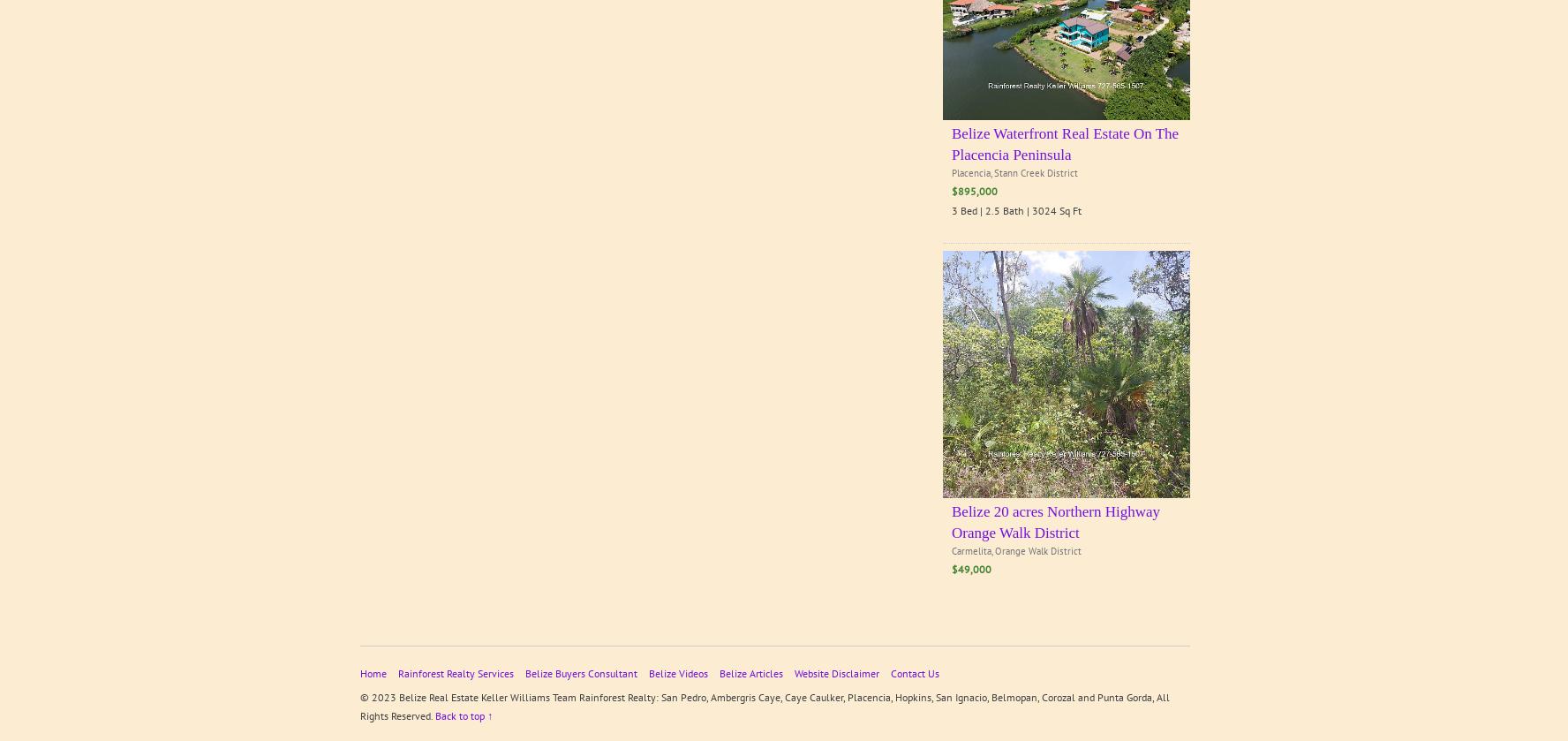 Image resolution: width=1568 pixels, height=741 pixels. I want to click on 'Belize Buyers Consultant', so click(580, 672).